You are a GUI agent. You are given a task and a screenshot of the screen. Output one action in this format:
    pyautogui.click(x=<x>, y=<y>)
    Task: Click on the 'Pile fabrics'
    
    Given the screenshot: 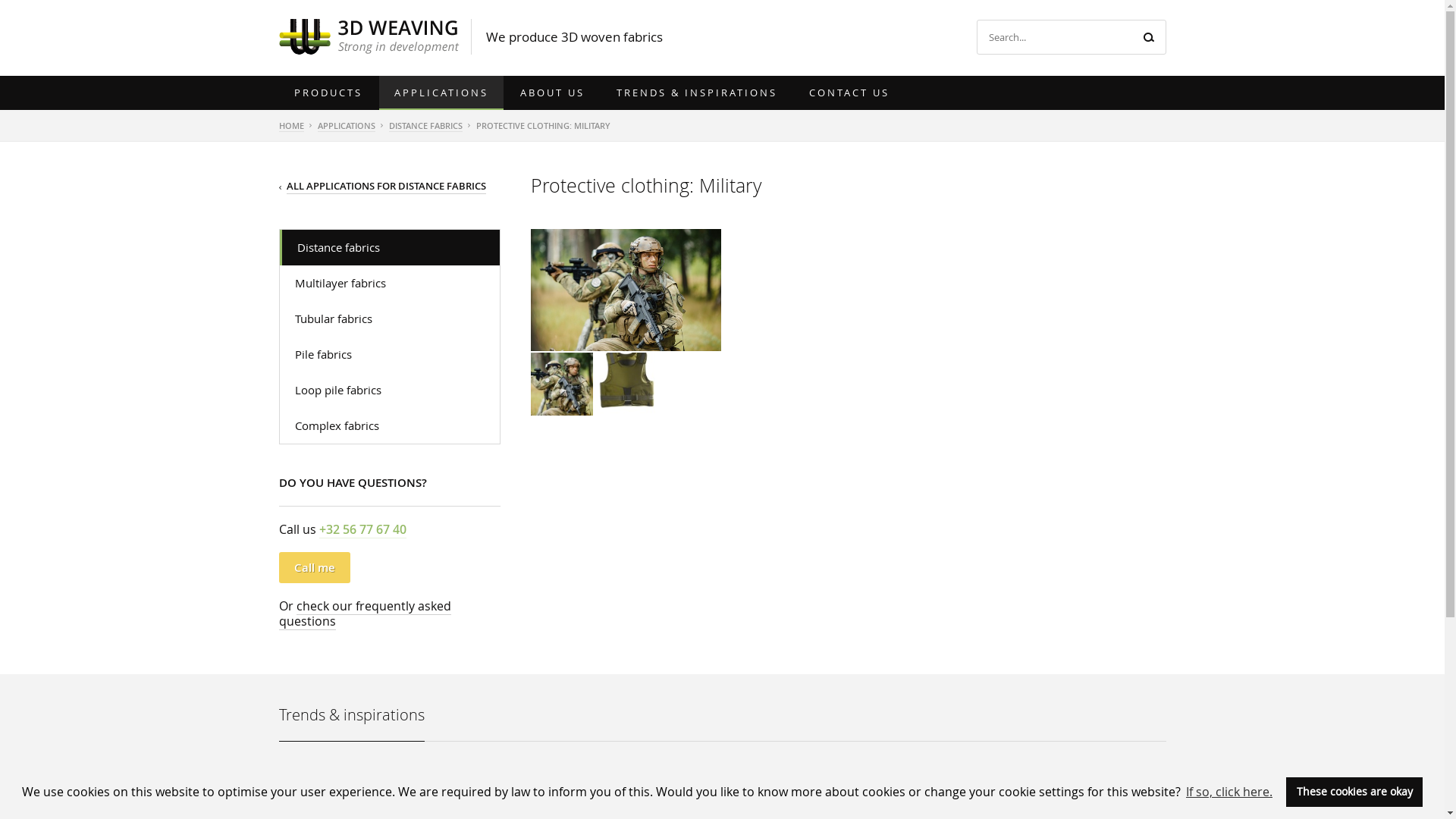 What is the action you would take?
    pyautogui.click(x=389, y=354)
    